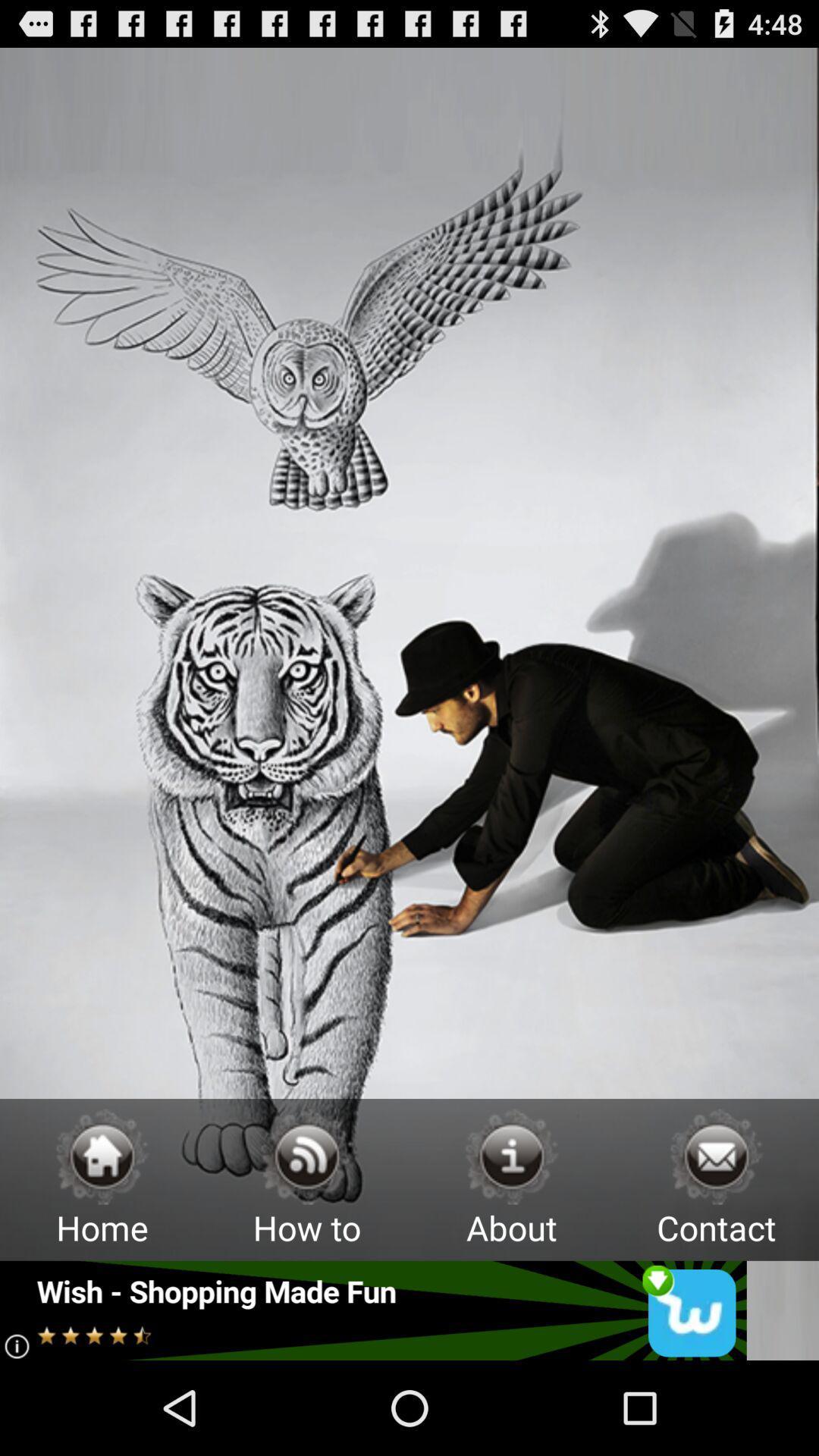 The image size is (819, 1456). I want to click on open this advertisement, so click(373, 1310).